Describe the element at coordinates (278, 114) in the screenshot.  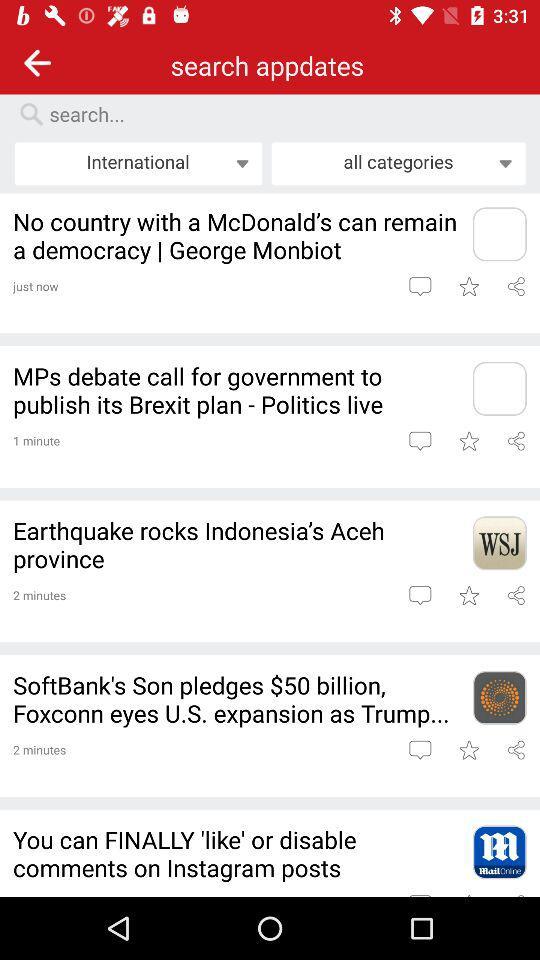
I see `search appdates` at that location.